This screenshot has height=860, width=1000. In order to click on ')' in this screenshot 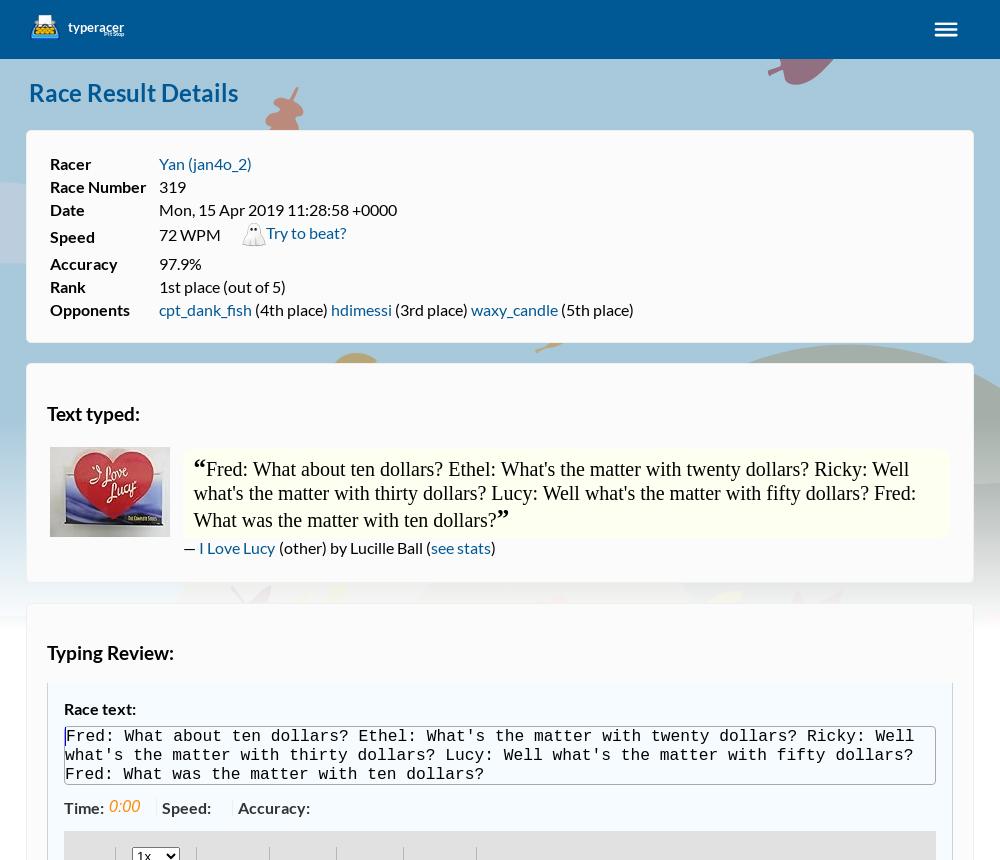, I will do `click(492, 546)`.